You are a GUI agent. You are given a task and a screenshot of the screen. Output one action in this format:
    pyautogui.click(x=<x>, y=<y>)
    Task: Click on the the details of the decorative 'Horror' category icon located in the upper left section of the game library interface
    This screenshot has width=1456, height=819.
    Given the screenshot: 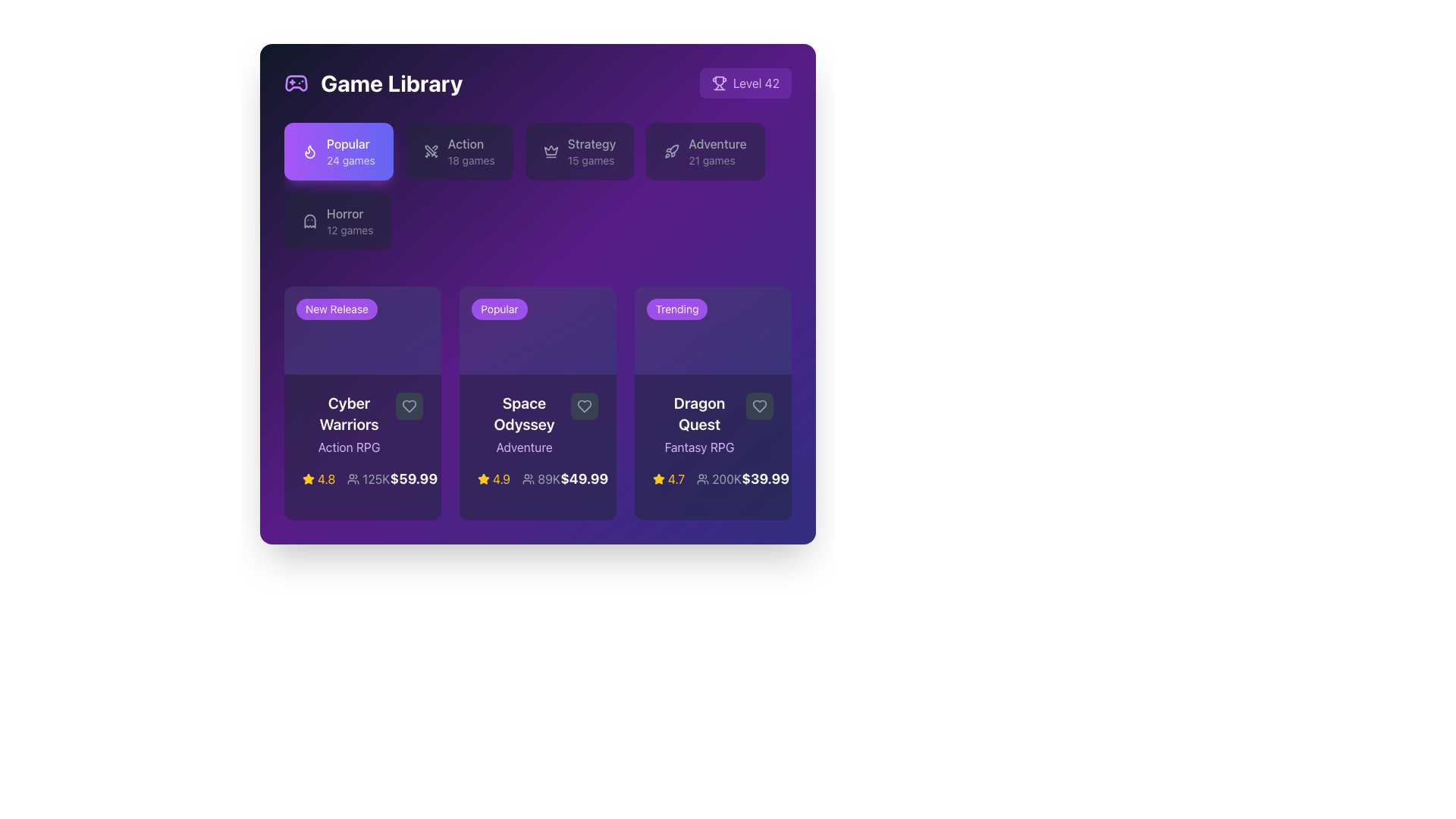 What is the action you would take?
    pyautogui.click(x=309, y=221)
    